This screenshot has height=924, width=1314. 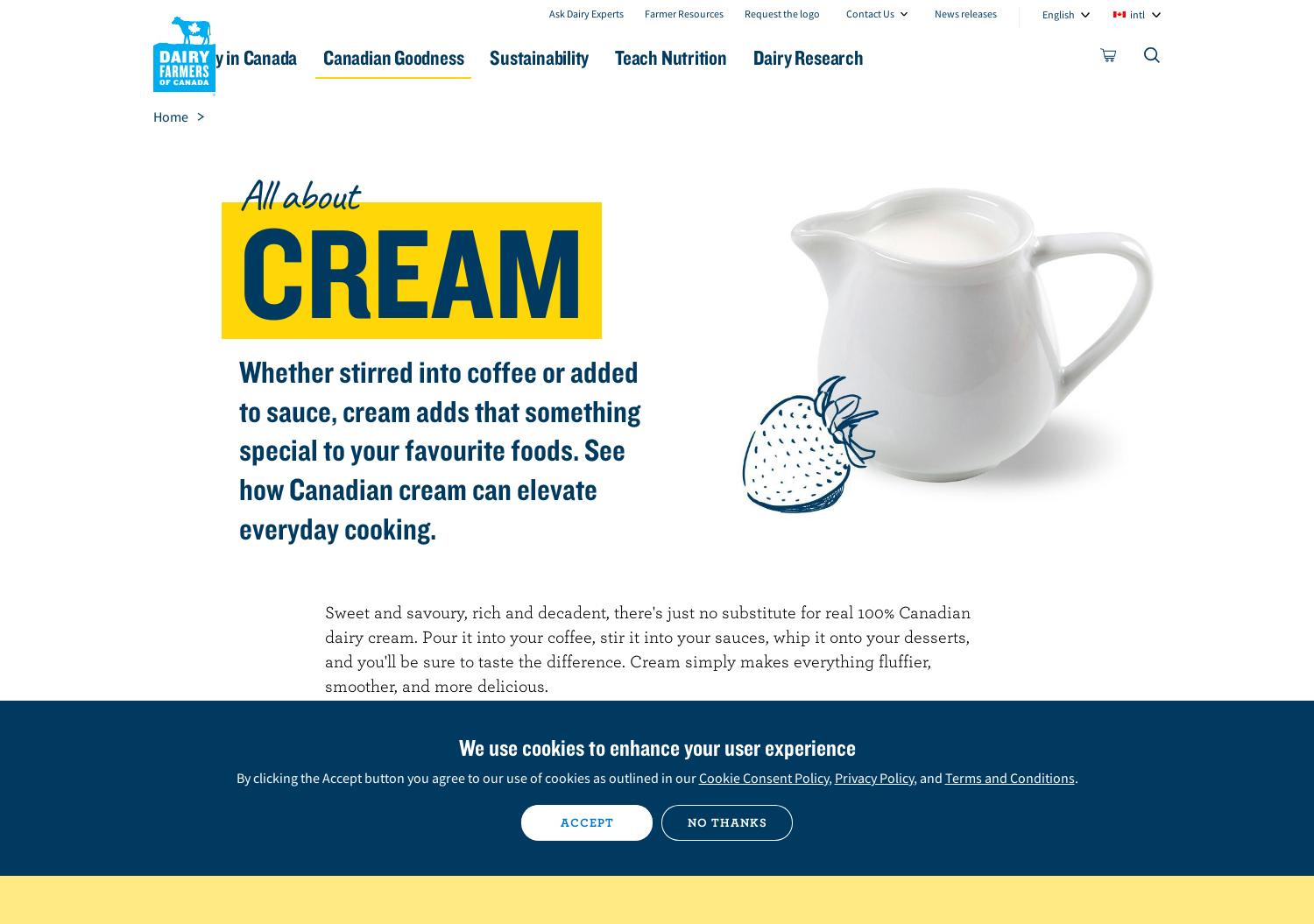 What do you see at coordinates (725, 822) in the screenshot?
I see `'No thanks'` at bounding box center [725, 822].